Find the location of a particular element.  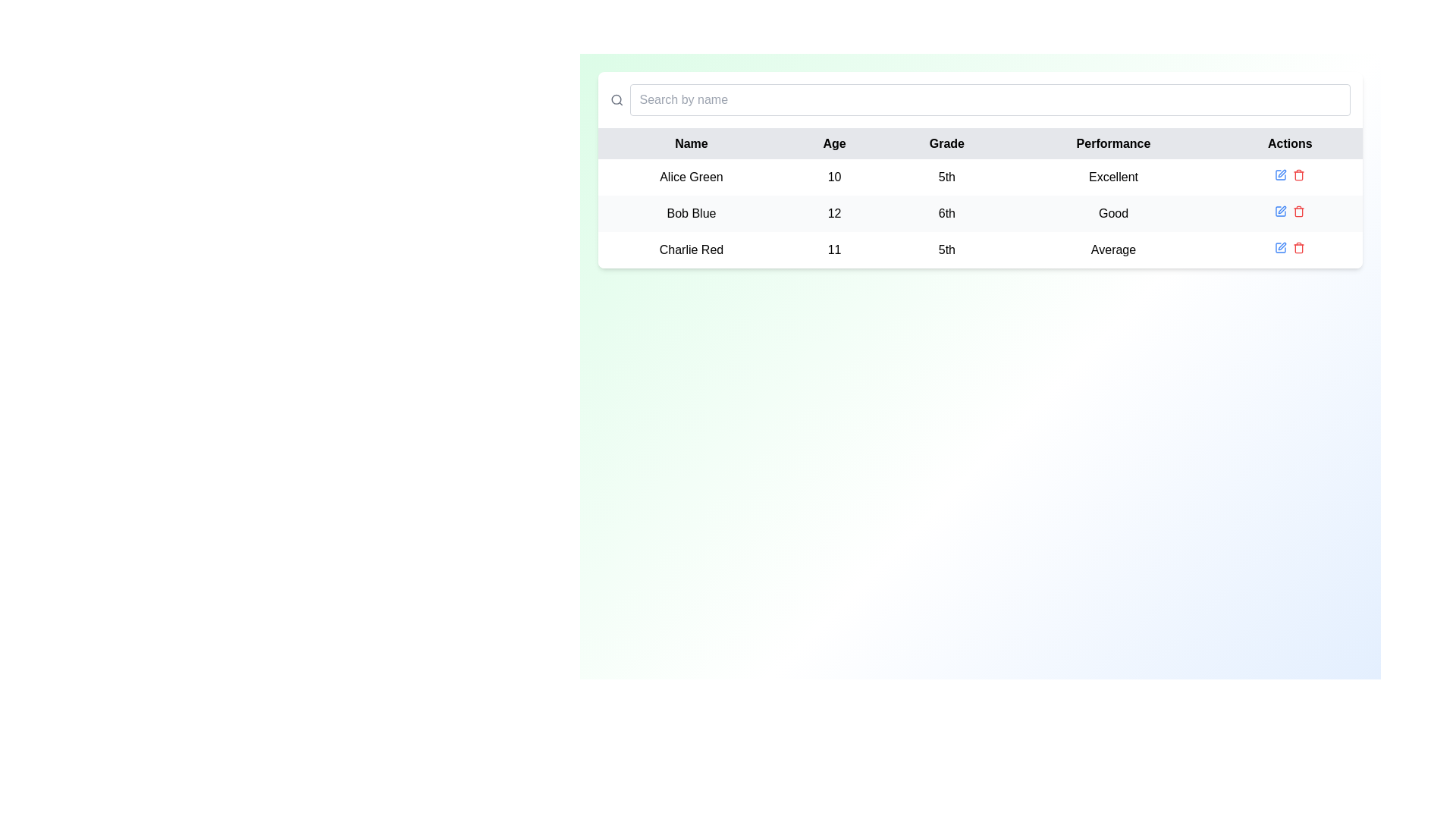

the numeric text label displaying the value '10' in the 'Age' column of the table, aligned with 'Alice Green' and '5th' is located at coordinates (833, 177).